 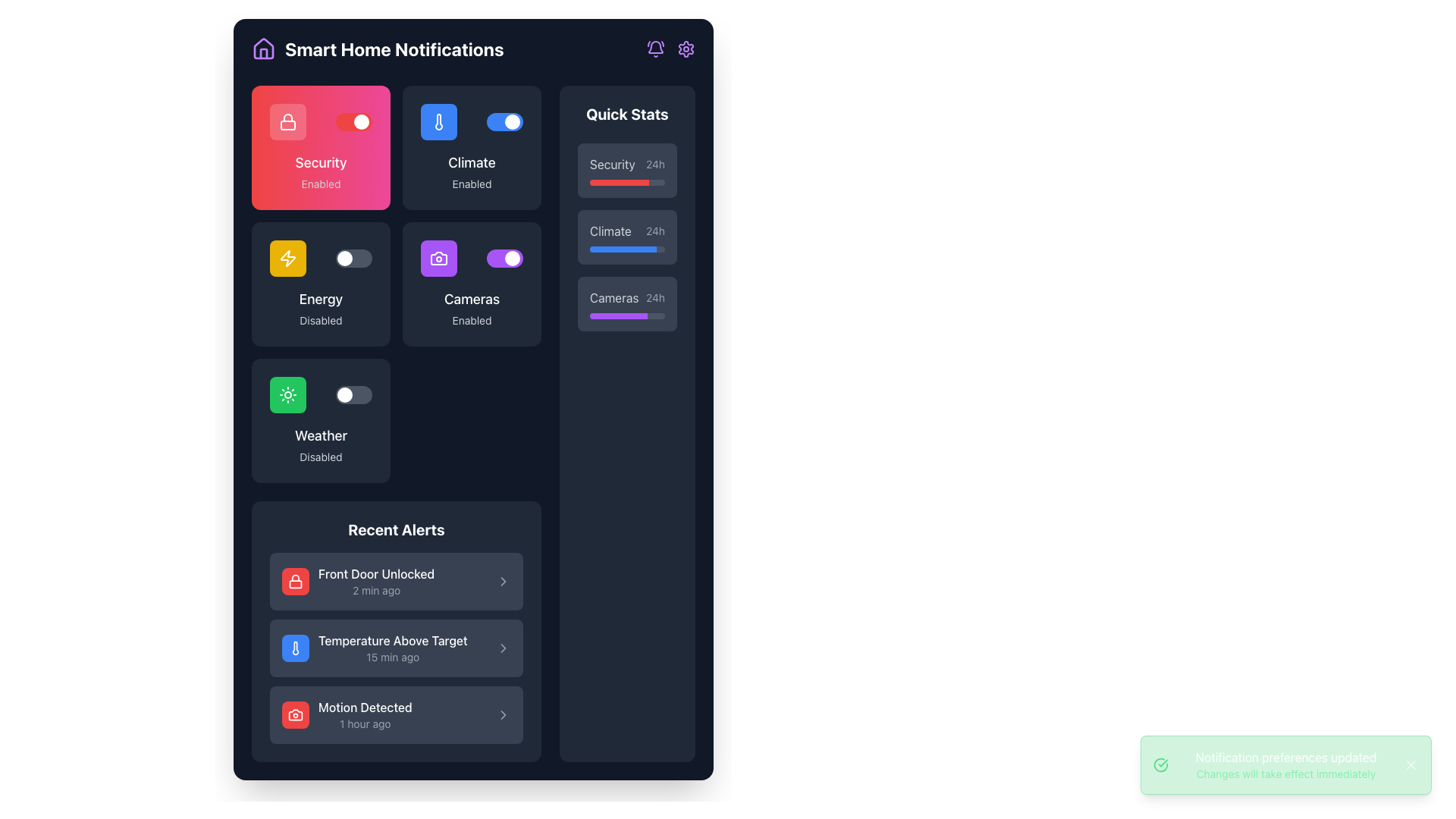 What do you see at coordinates (393, 648) in the screenshot?
I see `the 'Temperature Above Target' alert in the Recent Alerts section` at bounding box center [393, 648].